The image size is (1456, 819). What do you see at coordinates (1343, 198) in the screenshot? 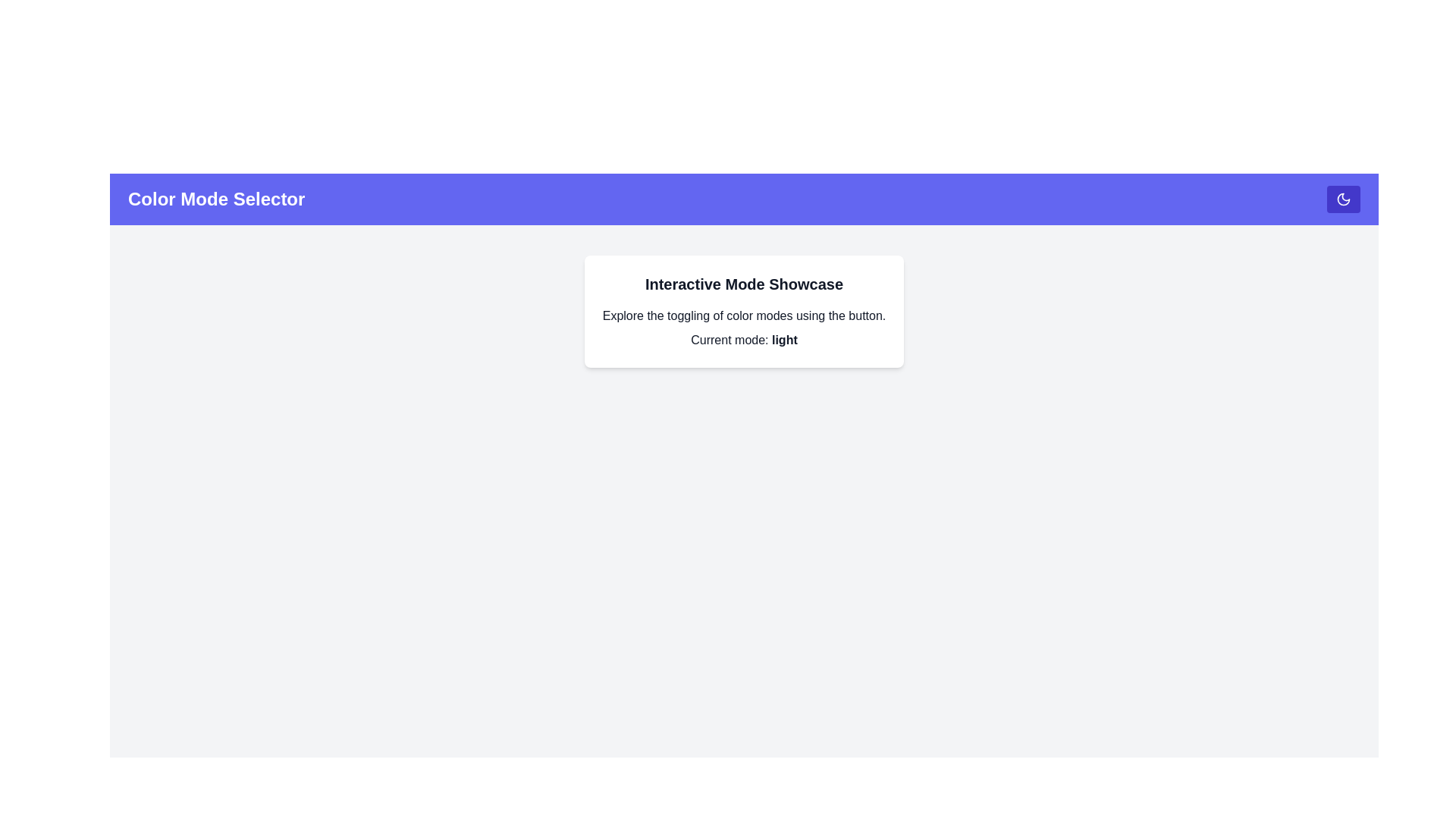
I see `the moon icon located at the top-right corner of the header bar` at bounding box center [1343, 198].